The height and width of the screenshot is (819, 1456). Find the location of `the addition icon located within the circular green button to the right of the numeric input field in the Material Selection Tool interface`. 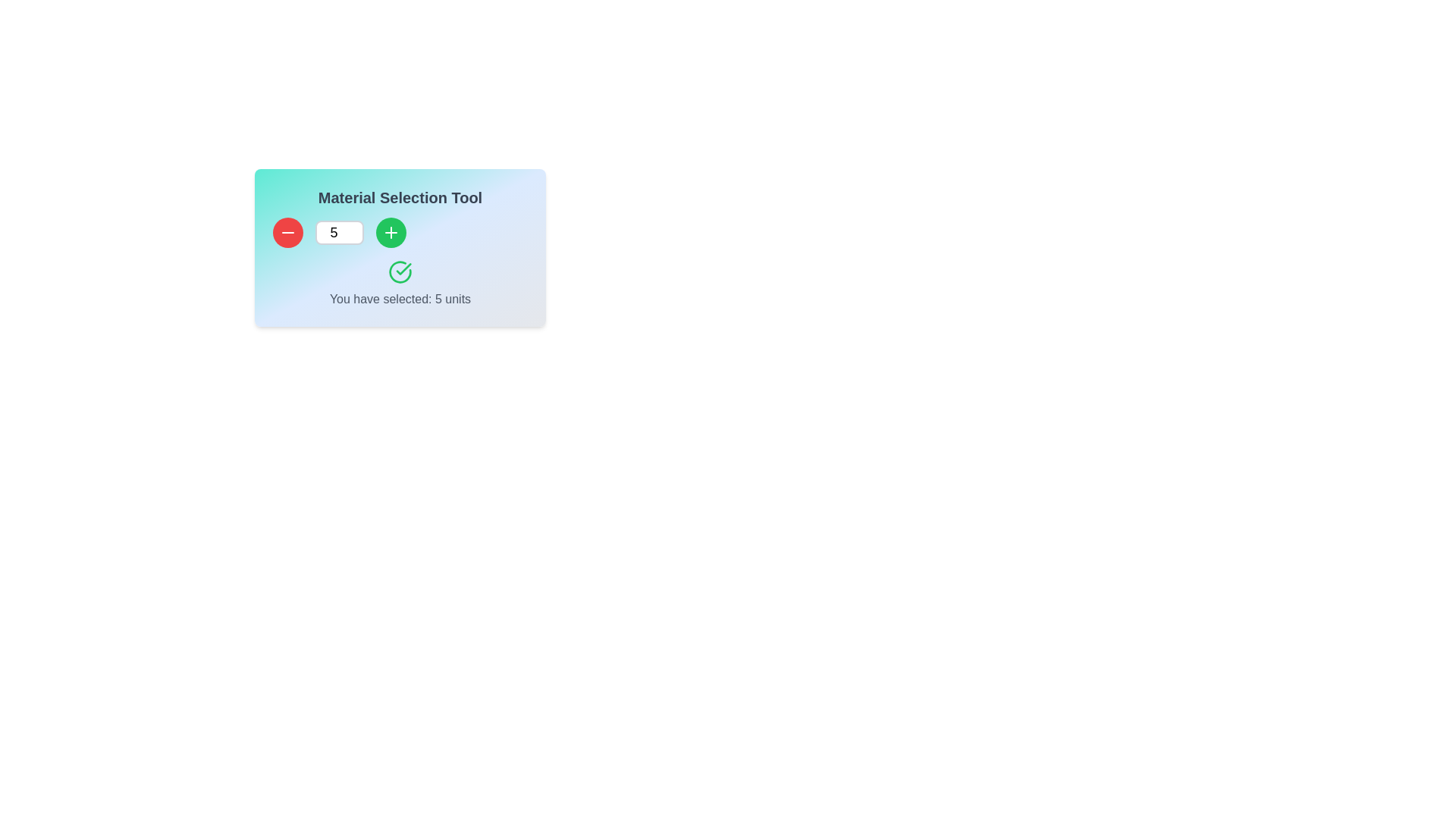

the addition icon located within the circular green button to the right of the numeric input field in the Material Selection Tool interface is located at coordinates (391, 233).